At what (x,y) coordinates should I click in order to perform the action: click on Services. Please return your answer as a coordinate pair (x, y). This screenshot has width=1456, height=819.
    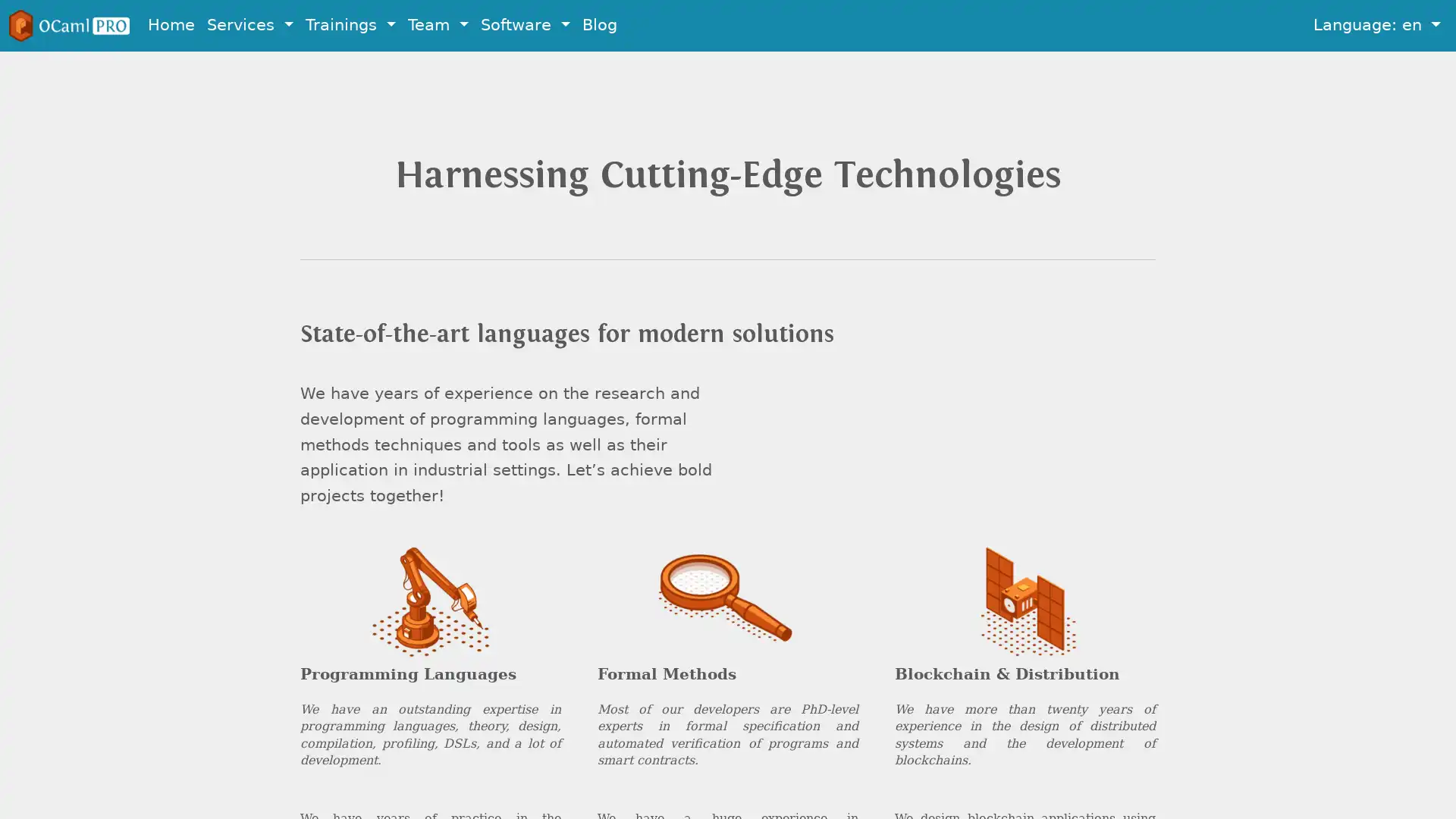
    Looking at the image, I should click on (250, 25).